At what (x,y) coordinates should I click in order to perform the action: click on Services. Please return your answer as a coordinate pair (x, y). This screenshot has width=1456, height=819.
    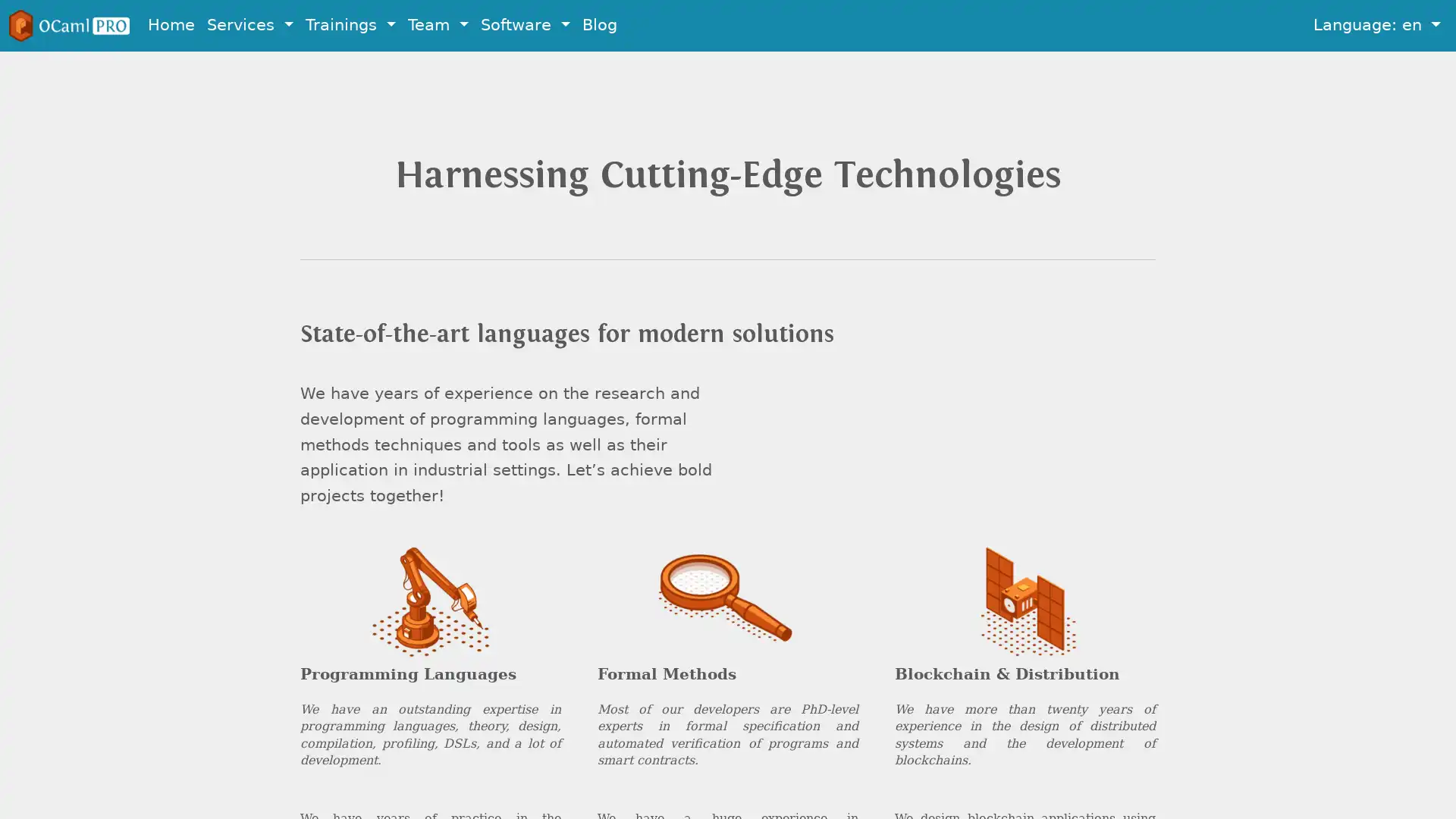
    Looking at the image, I should click on (250, 25).